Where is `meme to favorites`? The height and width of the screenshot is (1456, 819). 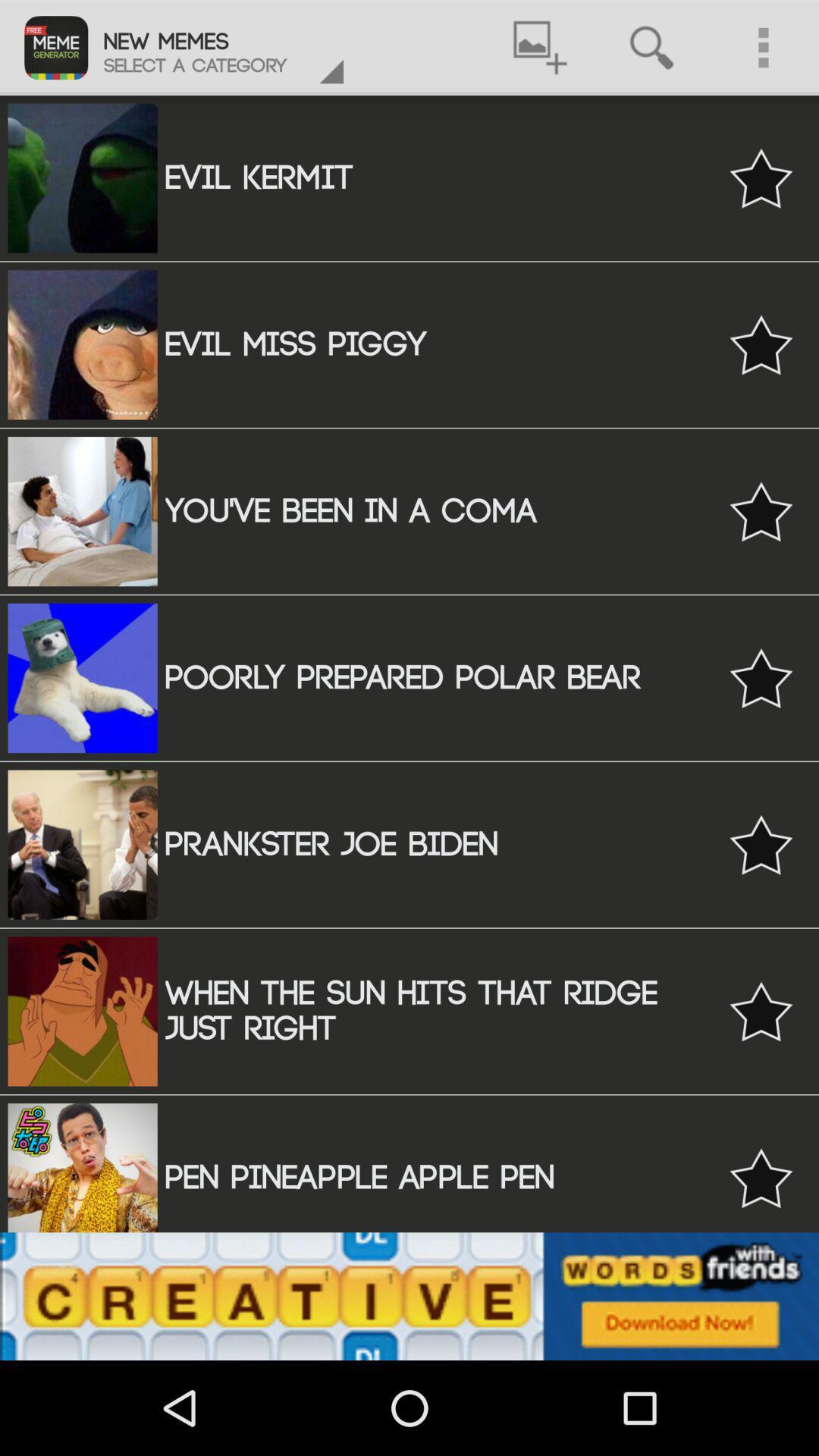 meme to favorites is located at coordinates (761, 178).